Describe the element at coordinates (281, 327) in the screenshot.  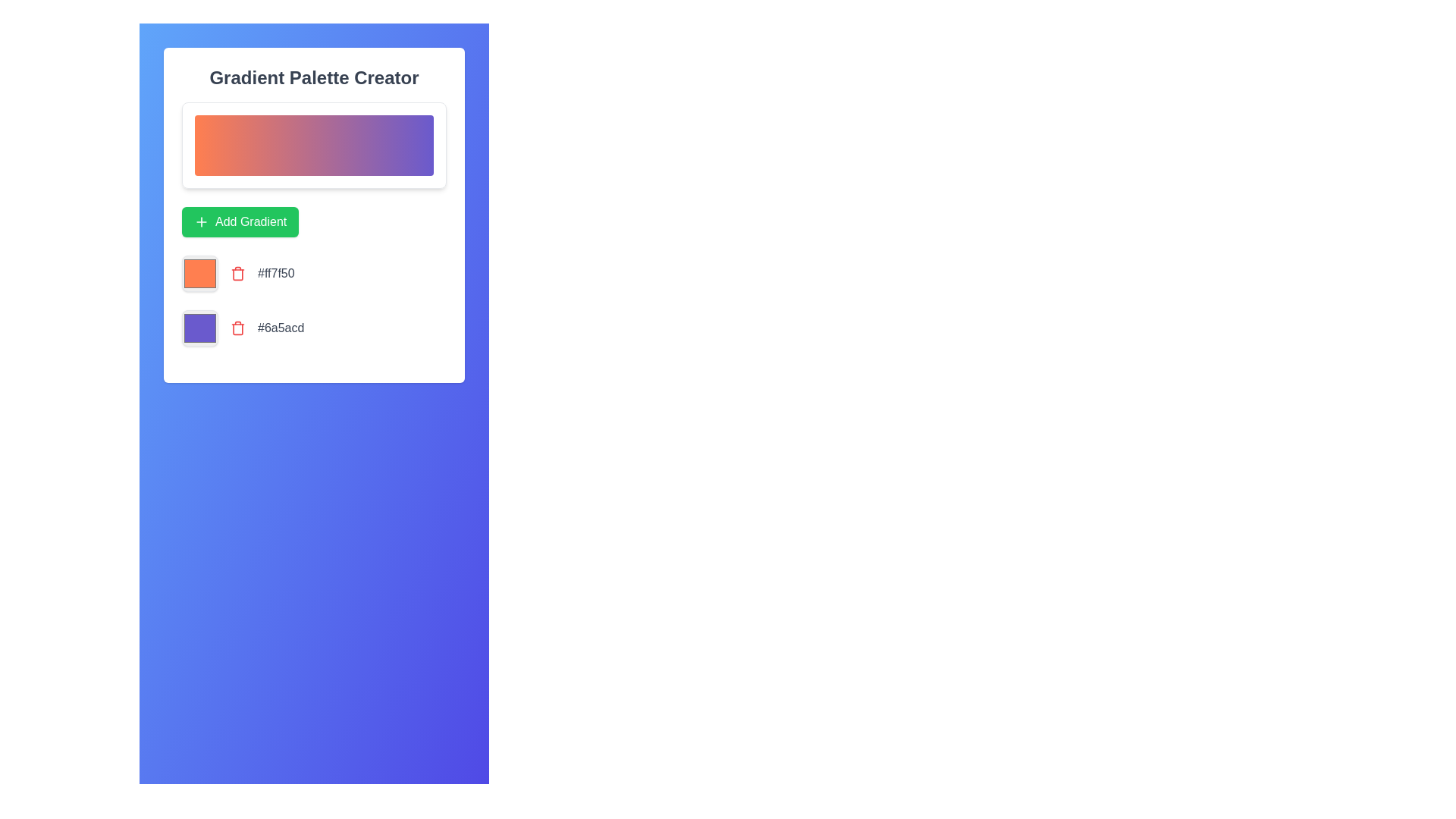
I see `the text displaying the hexadecimal color code for the purple color swatch in the palette manager by clicking on it to prepare for copying` at that location.